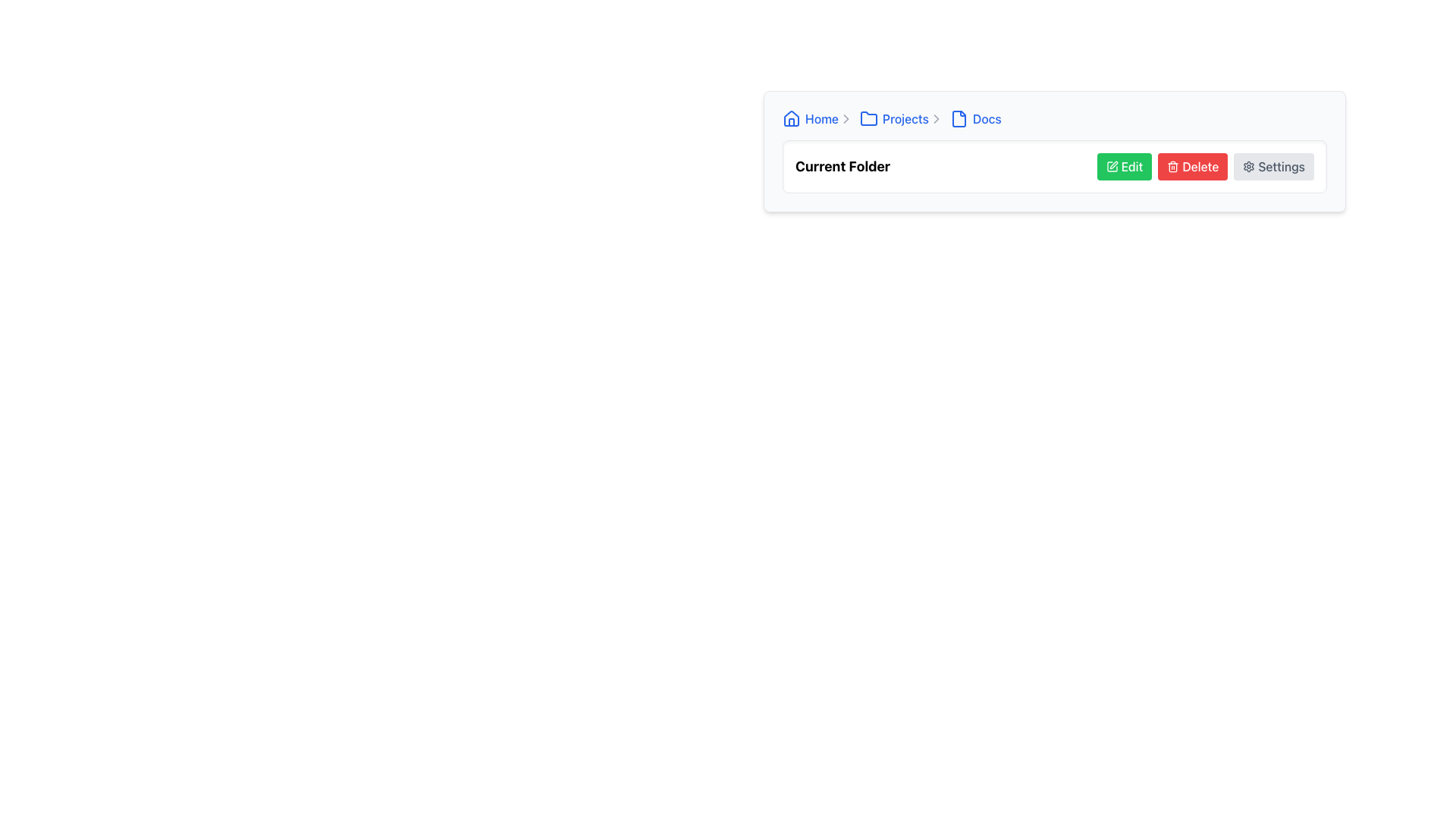  I want to click on the interactive link labeled 'Projects' which features a blue folder icon, located in the breadcrumb navigation bar, so click(902, 118).